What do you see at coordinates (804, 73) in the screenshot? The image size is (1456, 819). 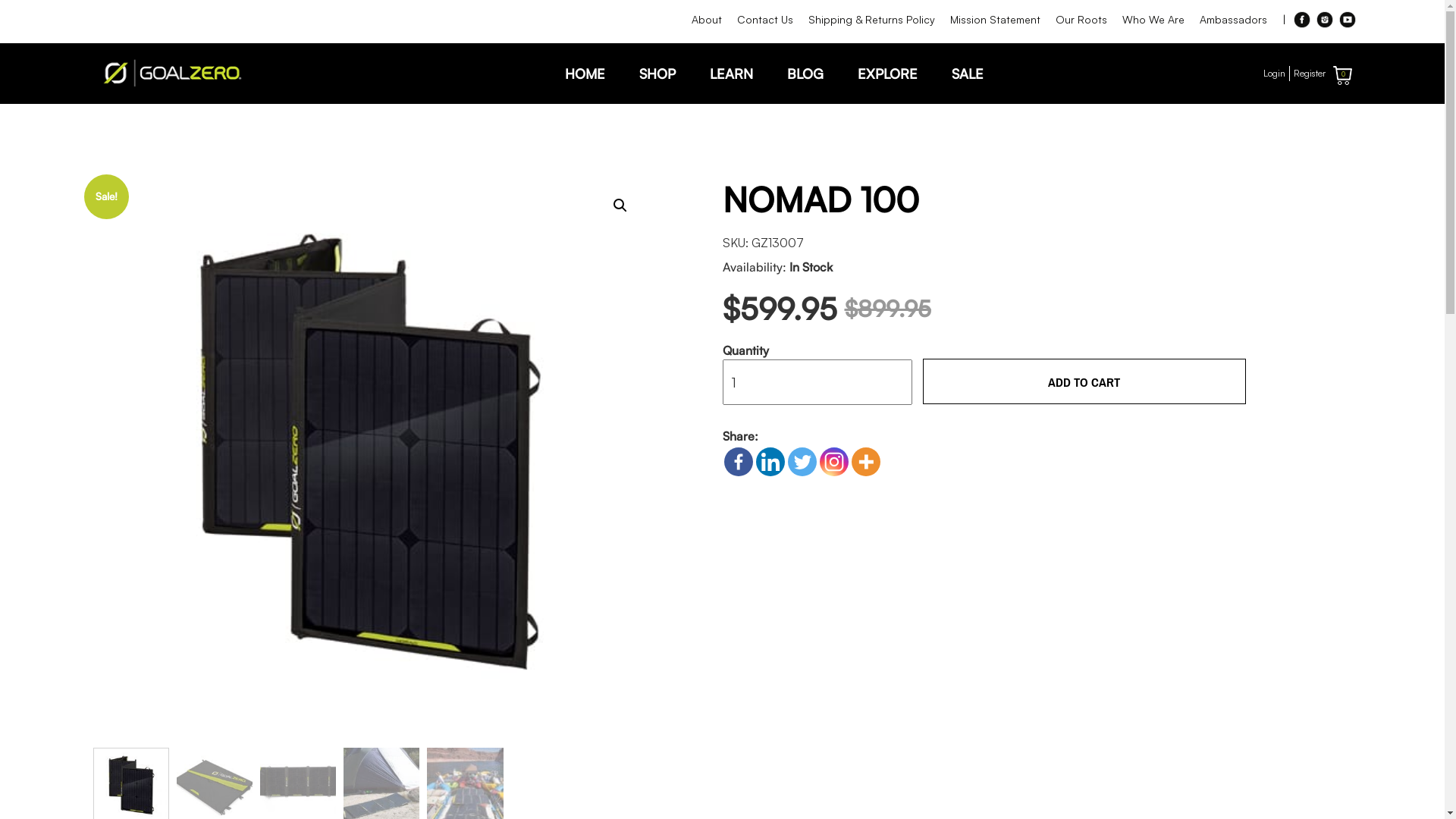 I see `'BLOG'` at bounding box center [804, 73].